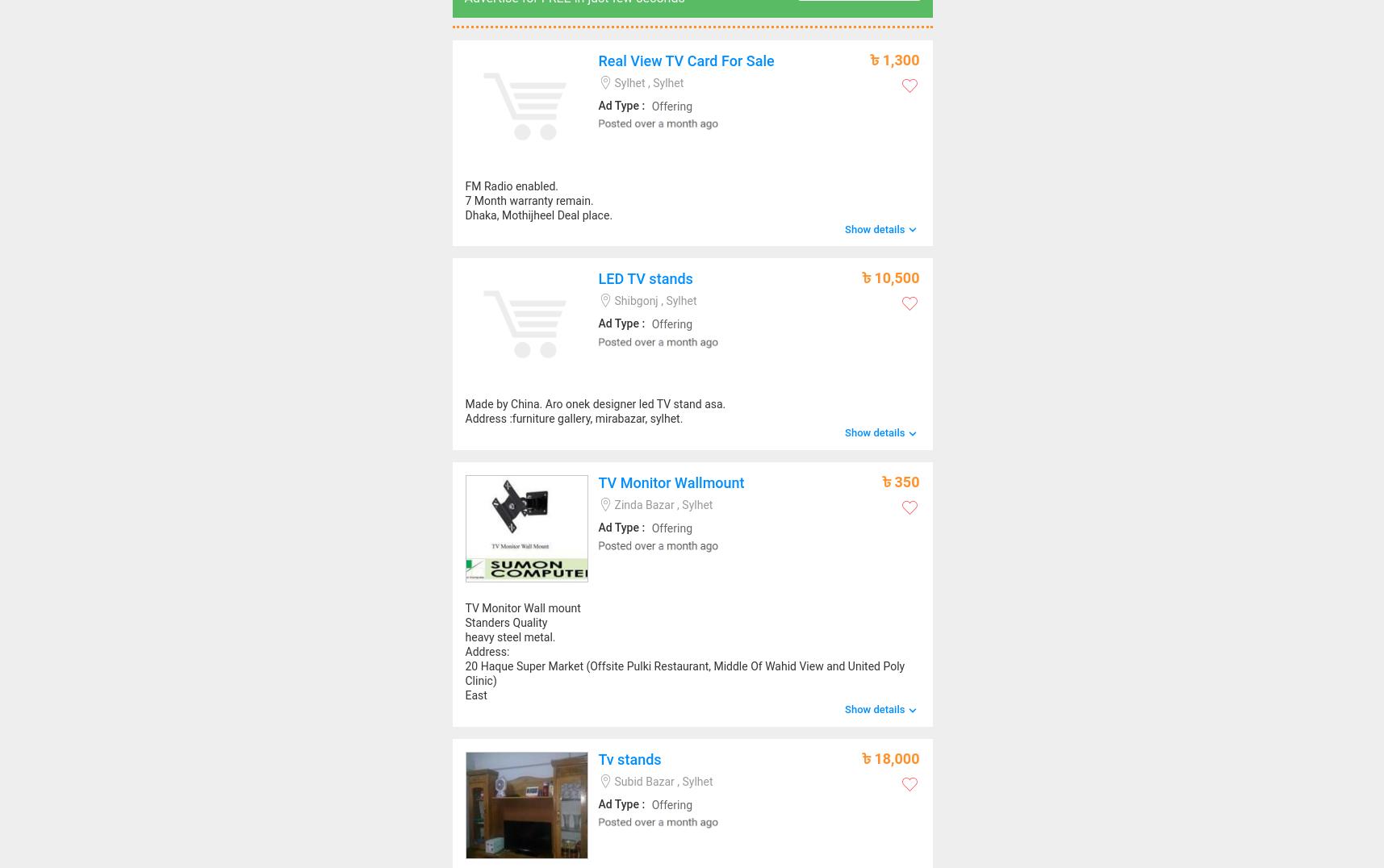 The height and width of the screenshot is (868, 1384). Describe the element at coordinates (574, 418) in the screenshot. I see `'Address :furniture gallery, mirabazar, sylhet.'` at that location.